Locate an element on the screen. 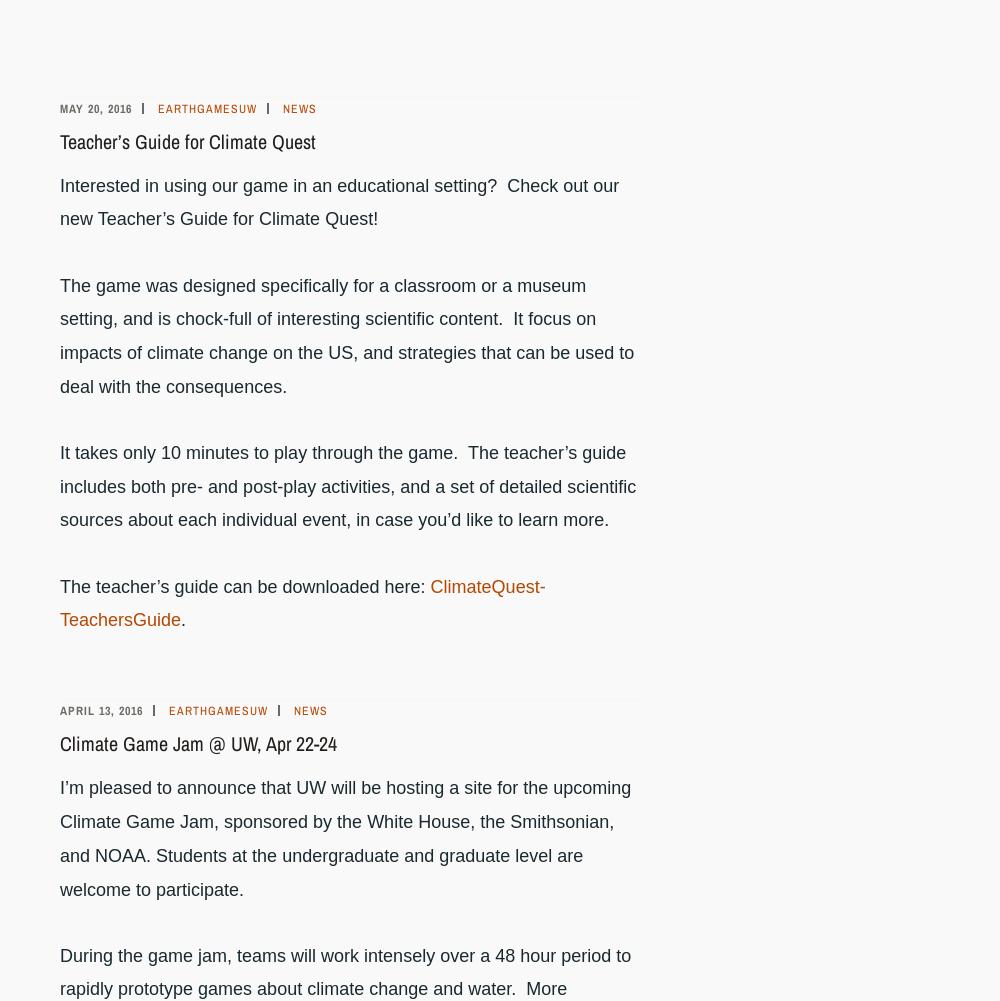 Image resolution: width=1000 pixels, height=1001 pixels. 'May 20, 2016' is located at coordinates (95, 107).